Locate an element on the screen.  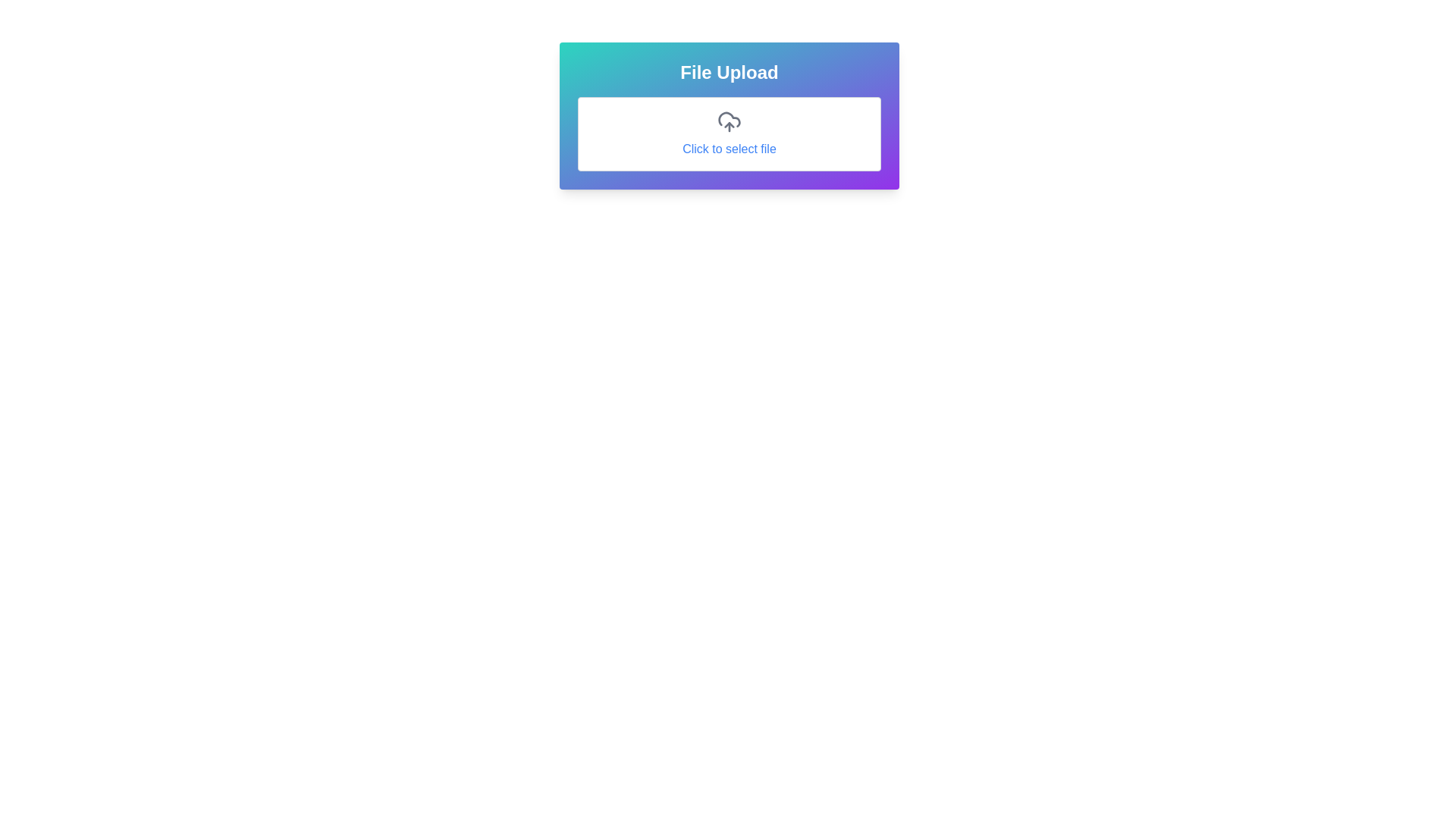
the cloud upload icon, which is centrally located in the 'File Upload' card and has a round design with gray strokes and an upward arrow is located at coordinates (729, 121).